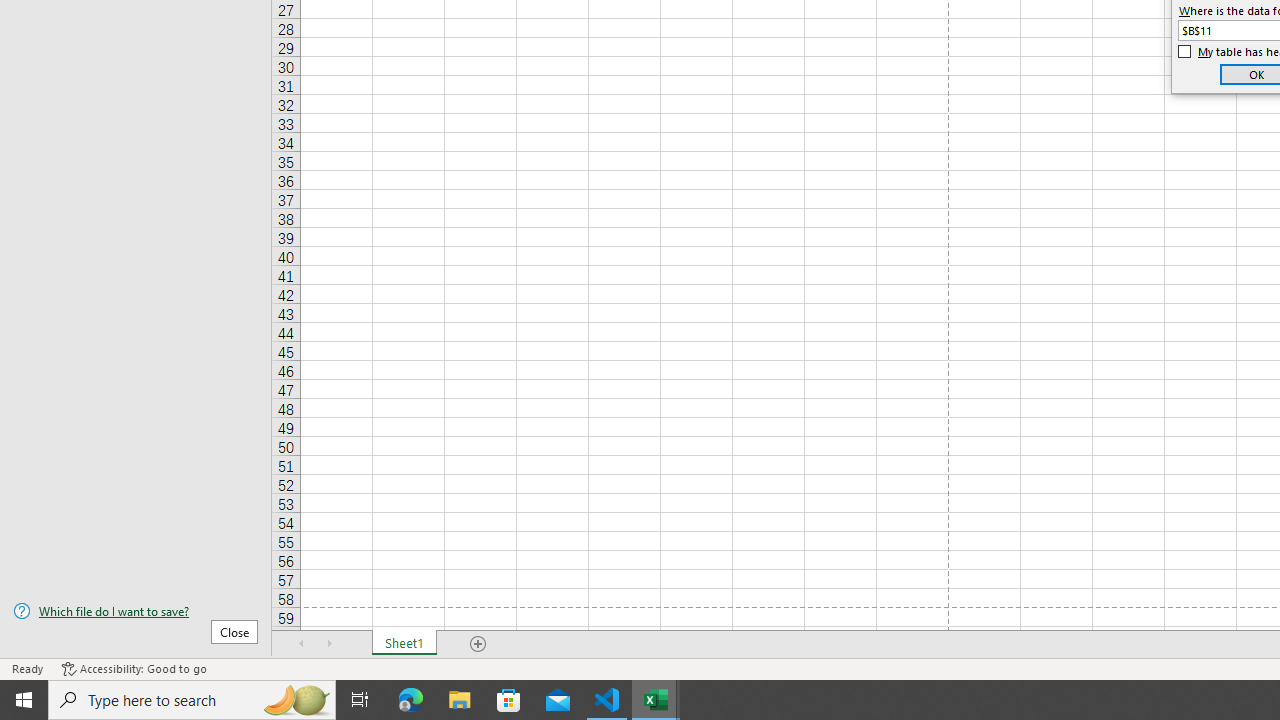 The height and width of the screenshot is (720, 1280). What do you see at coordinates (135, 610) in the screenshot?
I see `'Which file do I want to save?'` at bounding box center [135, 610].